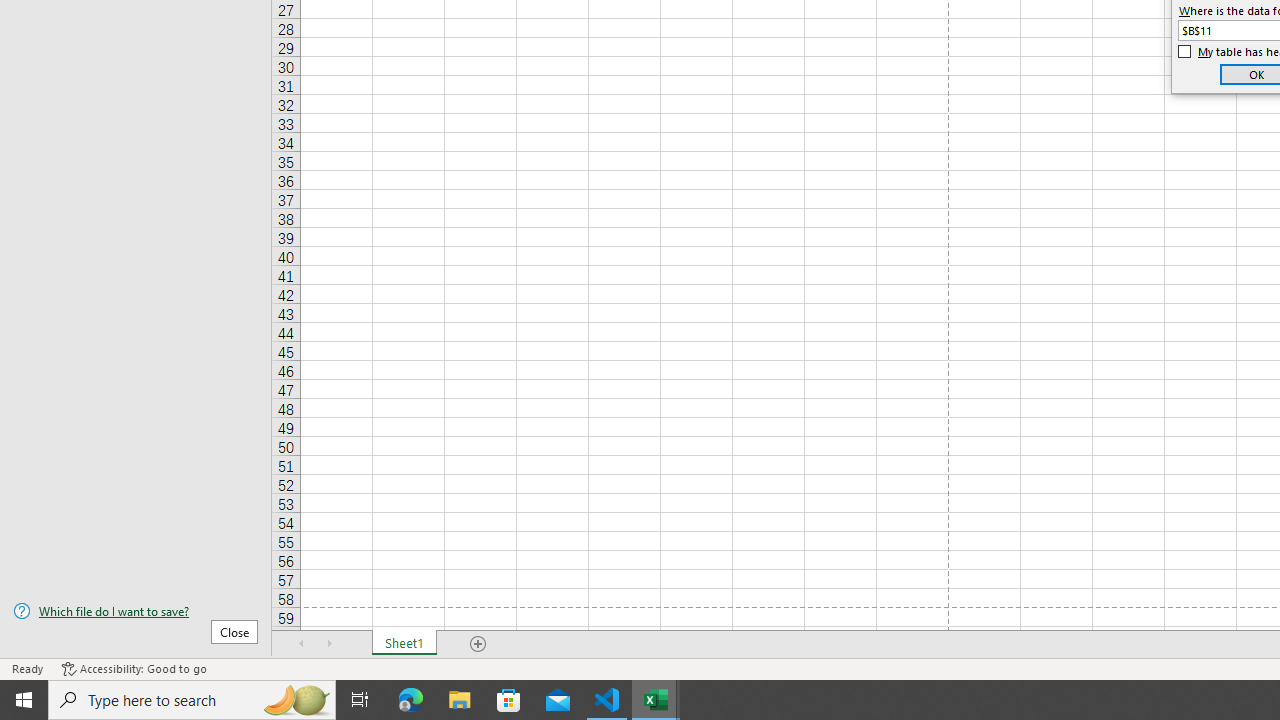 The height and width of the screenshot is (720, 1280). What do you see at coordinates (135, 610) in the screenshot?
I see `'Which file do I want to save?'` at bounding box center [135, 610].